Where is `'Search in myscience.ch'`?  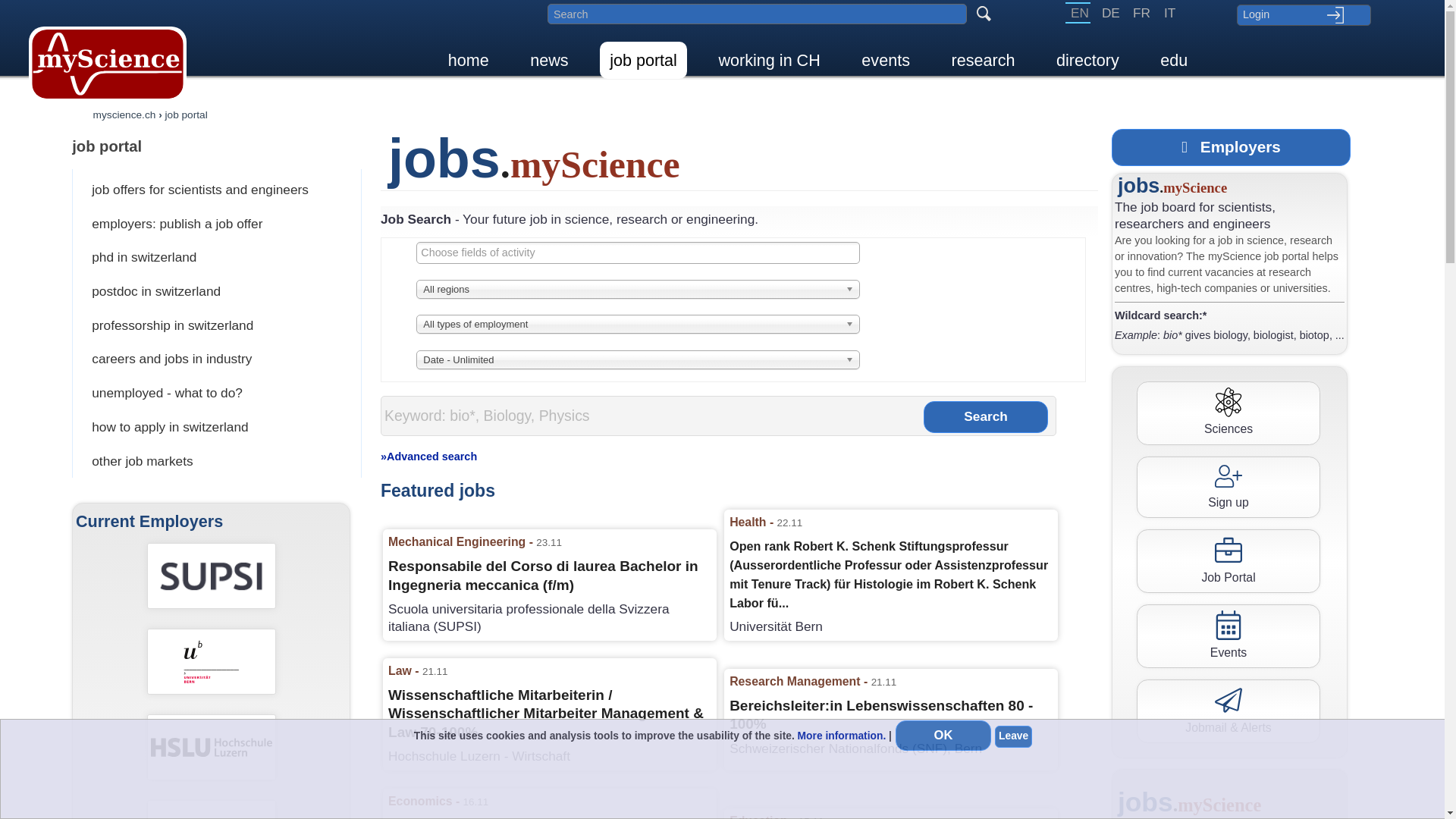
'Search in myscience.ch' is located at coordinates (757, 14).